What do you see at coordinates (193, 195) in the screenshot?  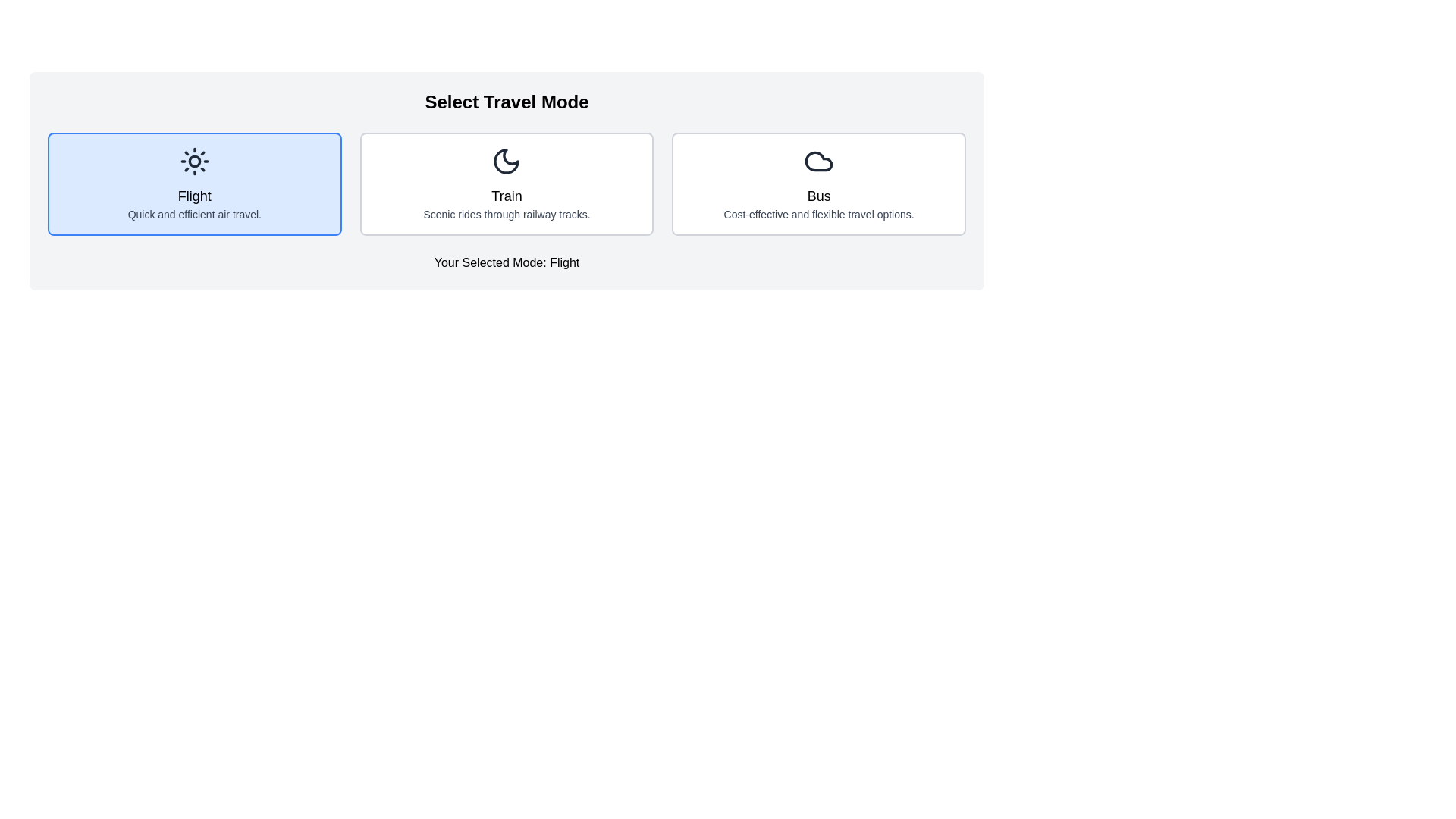 I see `text element labeled 'Flight' that is centered within a blue bordered card above the description text` at bounding box center [193, 195].